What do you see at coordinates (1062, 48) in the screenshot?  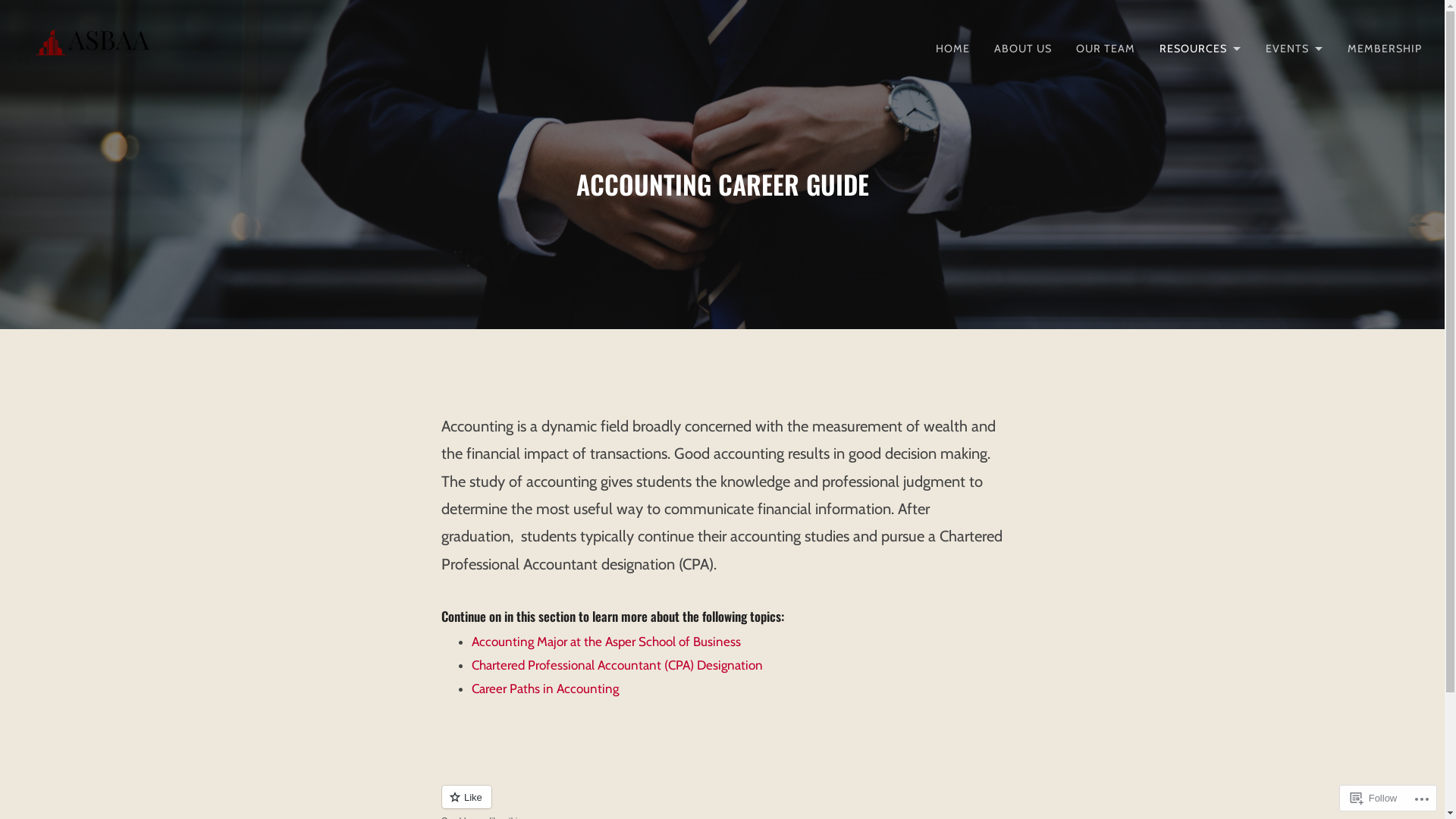 I see `'OUR TEAM'` at bounding box center [1062, 48].